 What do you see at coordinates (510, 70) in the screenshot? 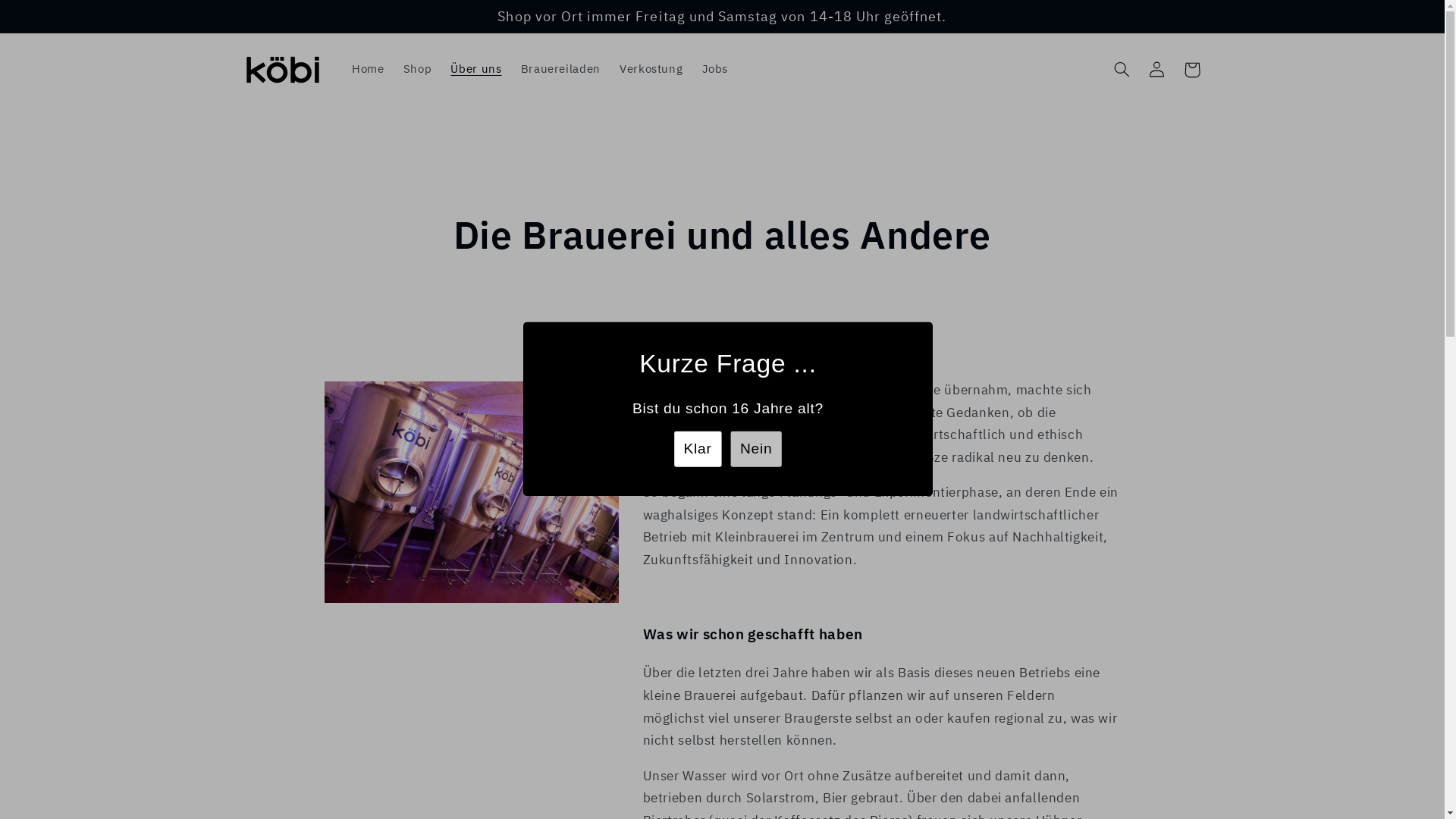
I see `'Brauereiladen'` at bounding box center [510, 70].